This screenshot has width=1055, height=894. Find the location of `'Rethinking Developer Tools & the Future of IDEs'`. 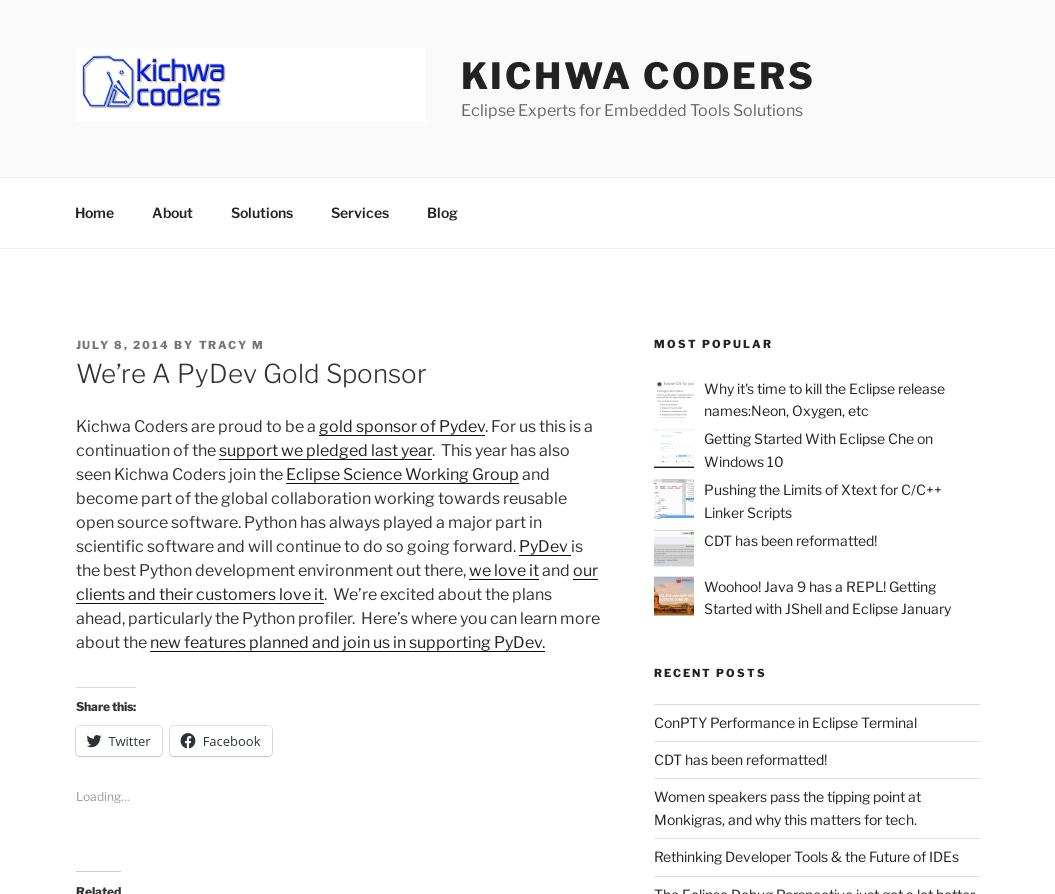

'Rethinking Developer Tools & the Future of IDEs' is located at coordinates (805, 855).